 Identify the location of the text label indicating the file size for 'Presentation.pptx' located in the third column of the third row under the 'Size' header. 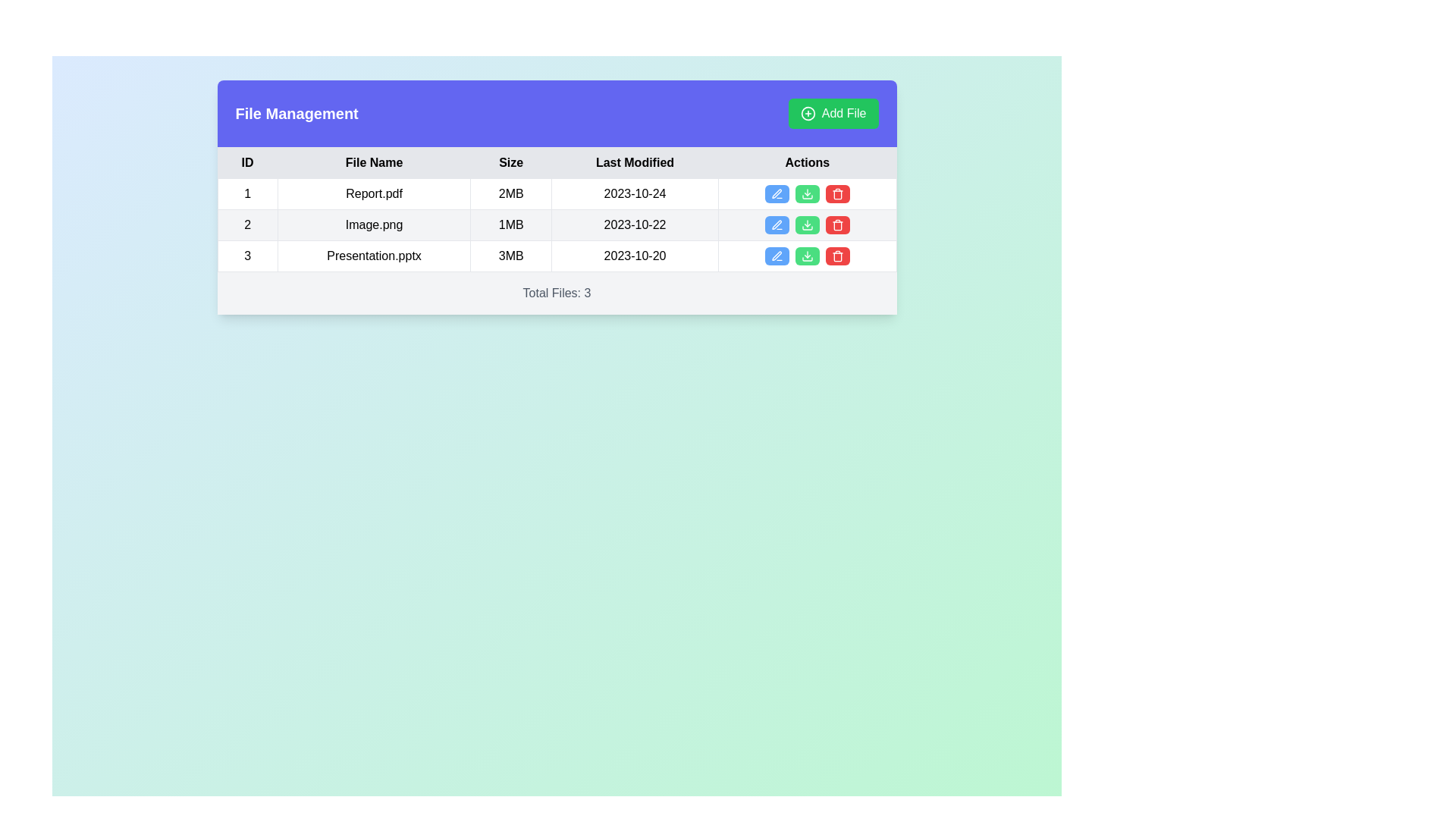
(511, 256).